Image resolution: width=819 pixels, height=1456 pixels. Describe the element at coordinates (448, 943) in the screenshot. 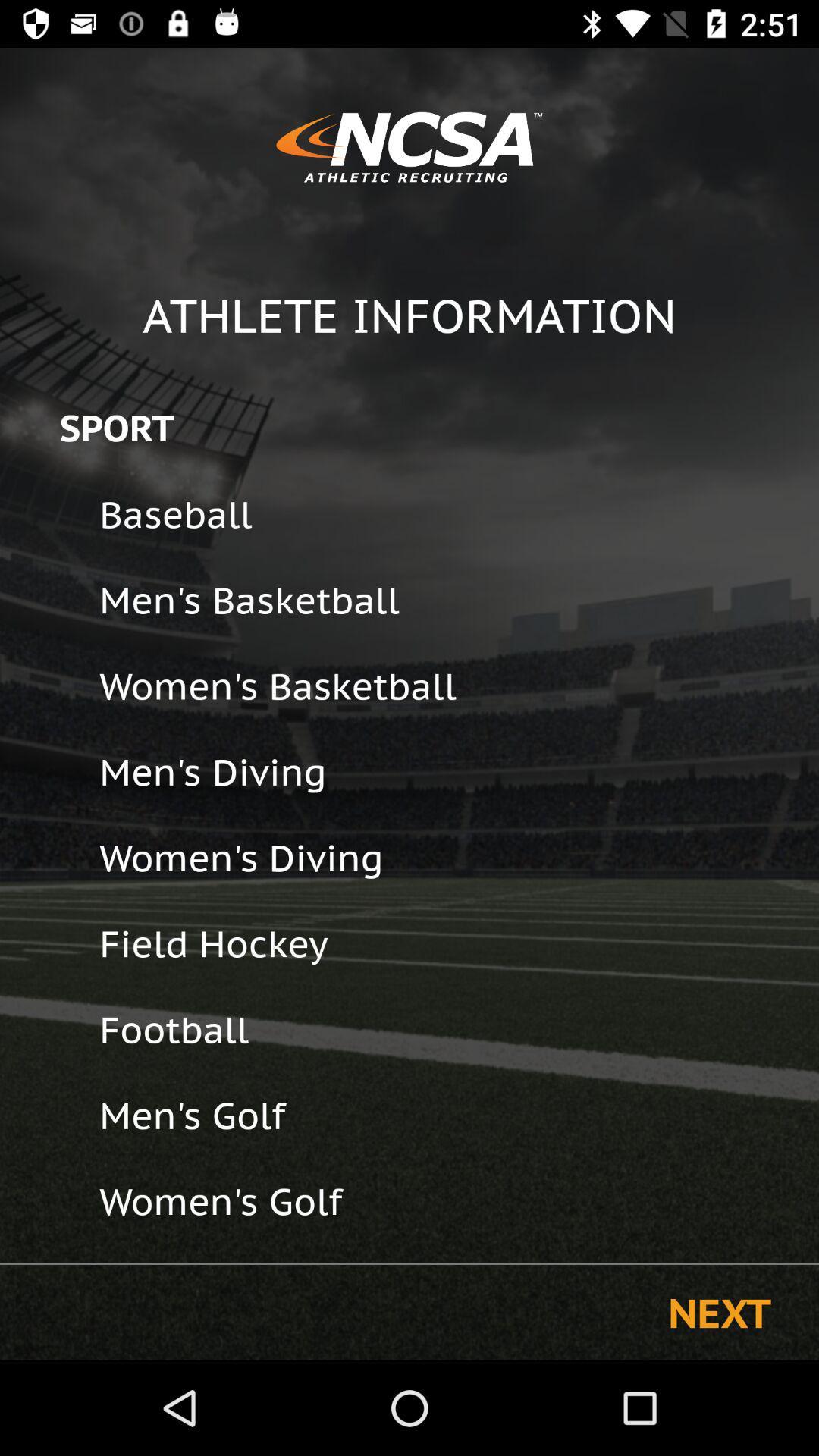

I see `the item below women's diving icon` at that location.